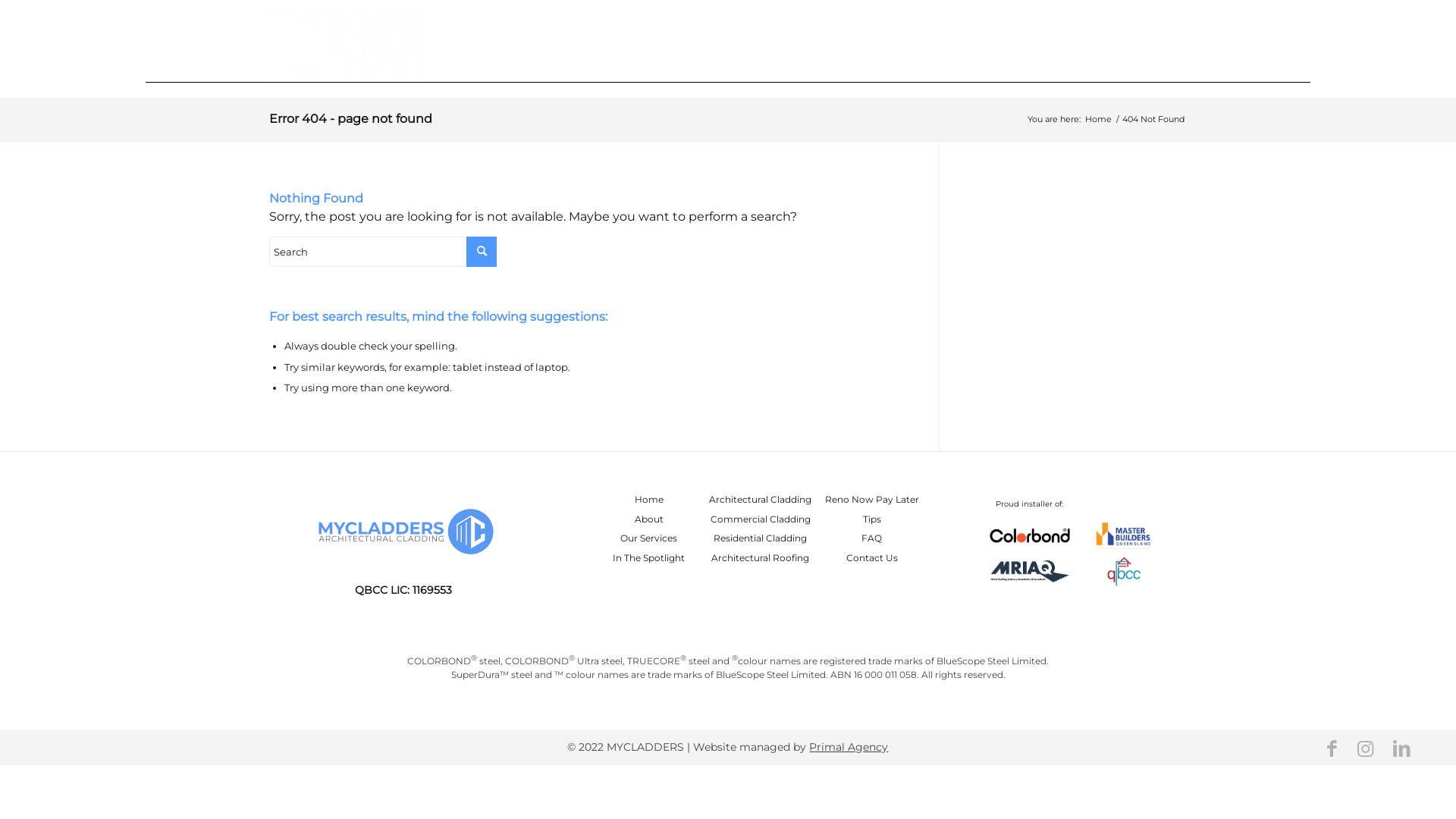 The height and width of the screenshot is (819, 1456). I want to click on 'Contact Us', so click(872, 557).